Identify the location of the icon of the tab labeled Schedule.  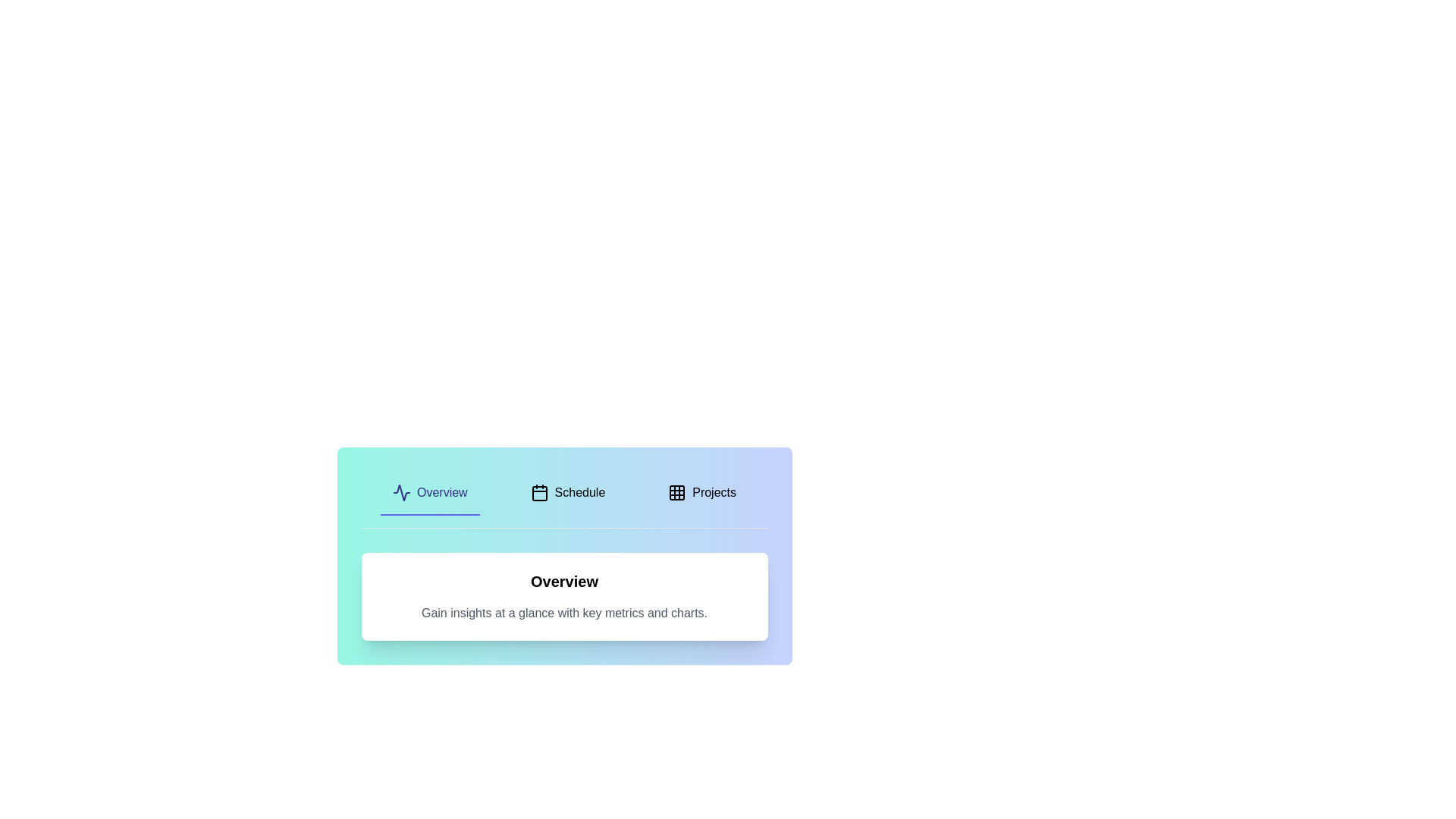
(539, 493).